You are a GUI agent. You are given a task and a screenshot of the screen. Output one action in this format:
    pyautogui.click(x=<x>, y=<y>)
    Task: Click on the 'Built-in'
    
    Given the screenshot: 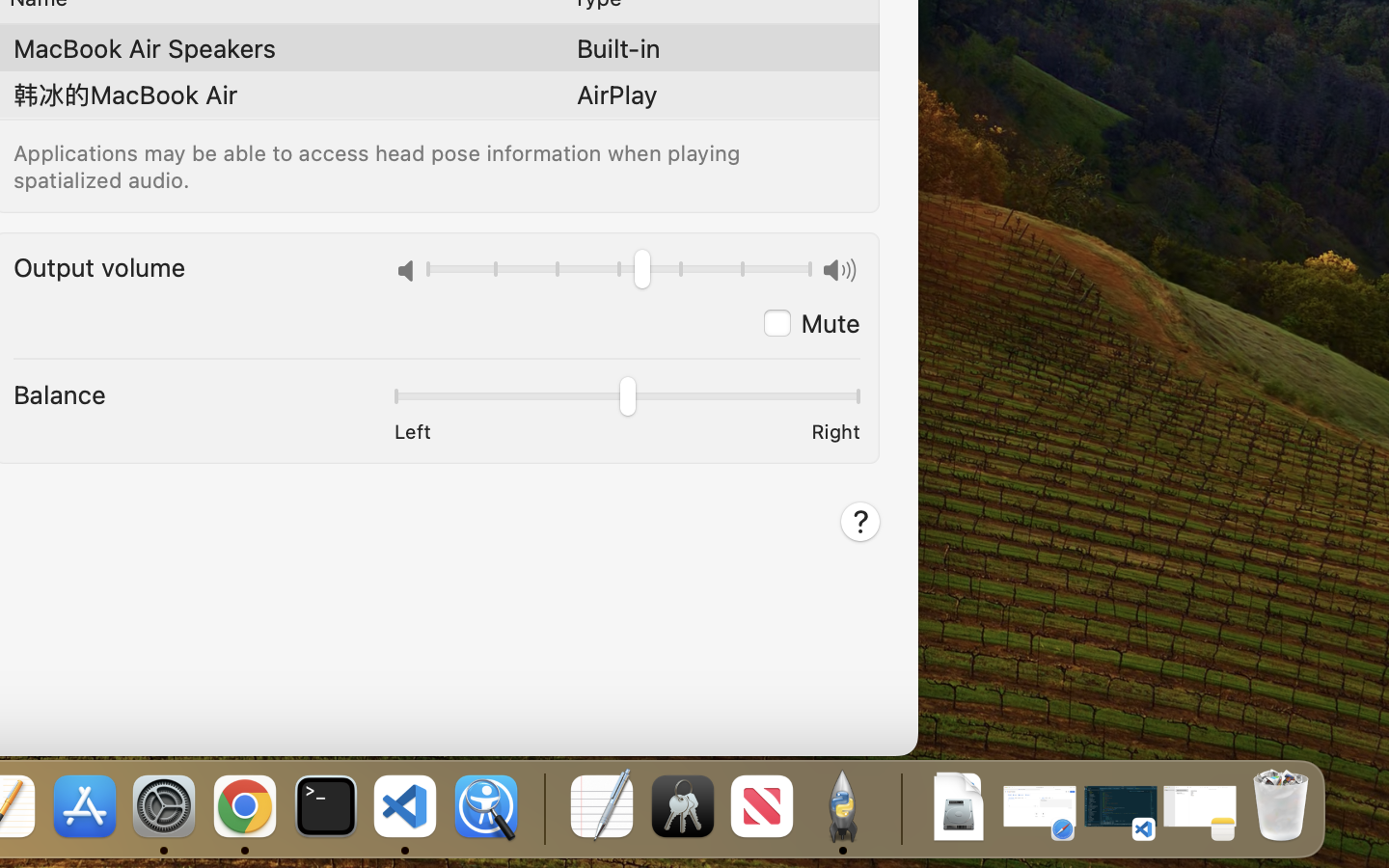 What is the action you would take?
    pyautogui.click(x=616, y=47)
    